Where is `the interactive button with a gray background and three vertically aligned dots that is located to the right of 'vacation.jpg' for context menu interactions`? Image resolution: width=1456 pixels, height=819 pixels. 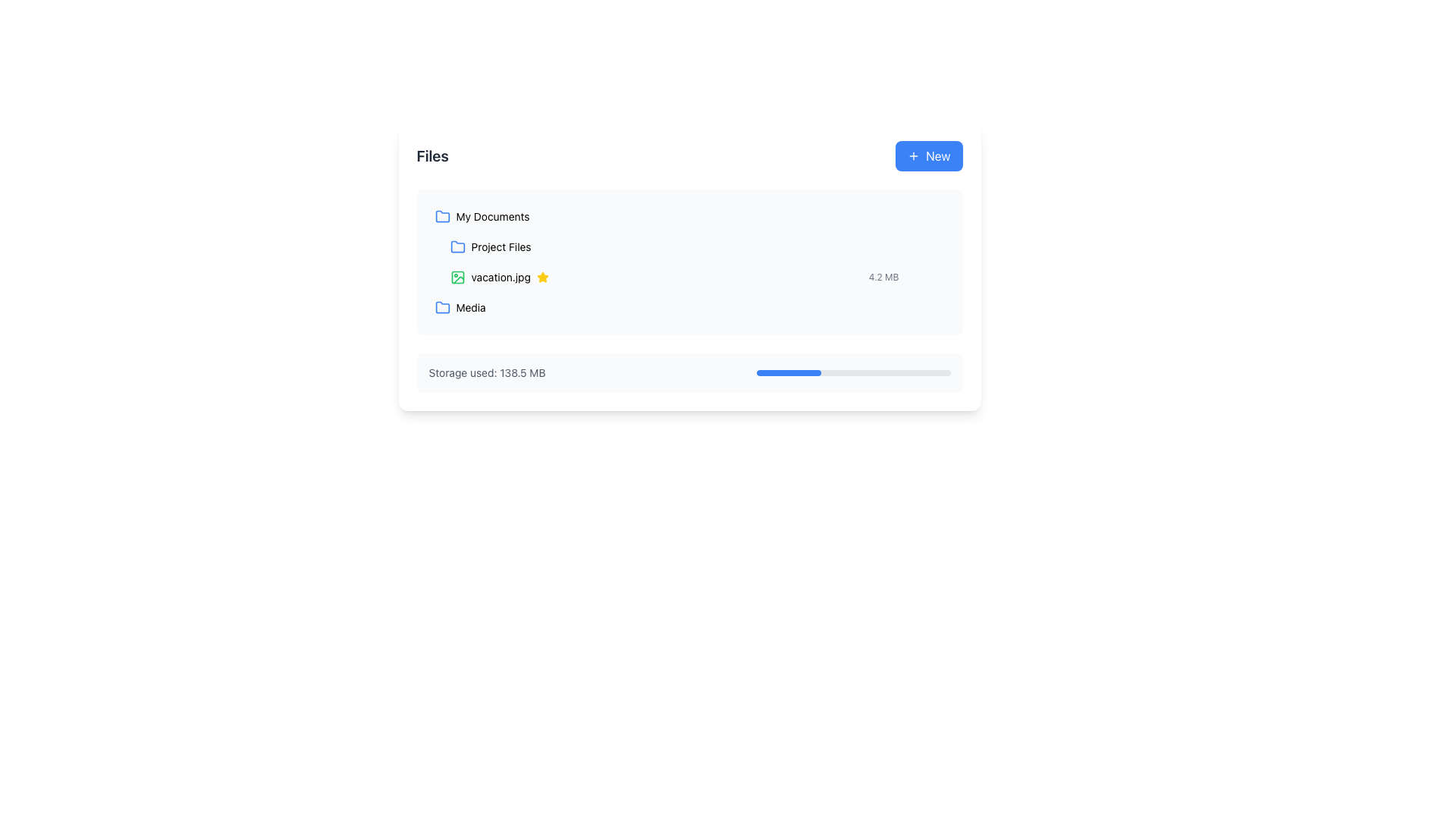 the interactive button with a gray background and three vertically aligned dots that is located to the right of 'vacation.jpg' for context menu interactions is located at coordinates (934, 278).